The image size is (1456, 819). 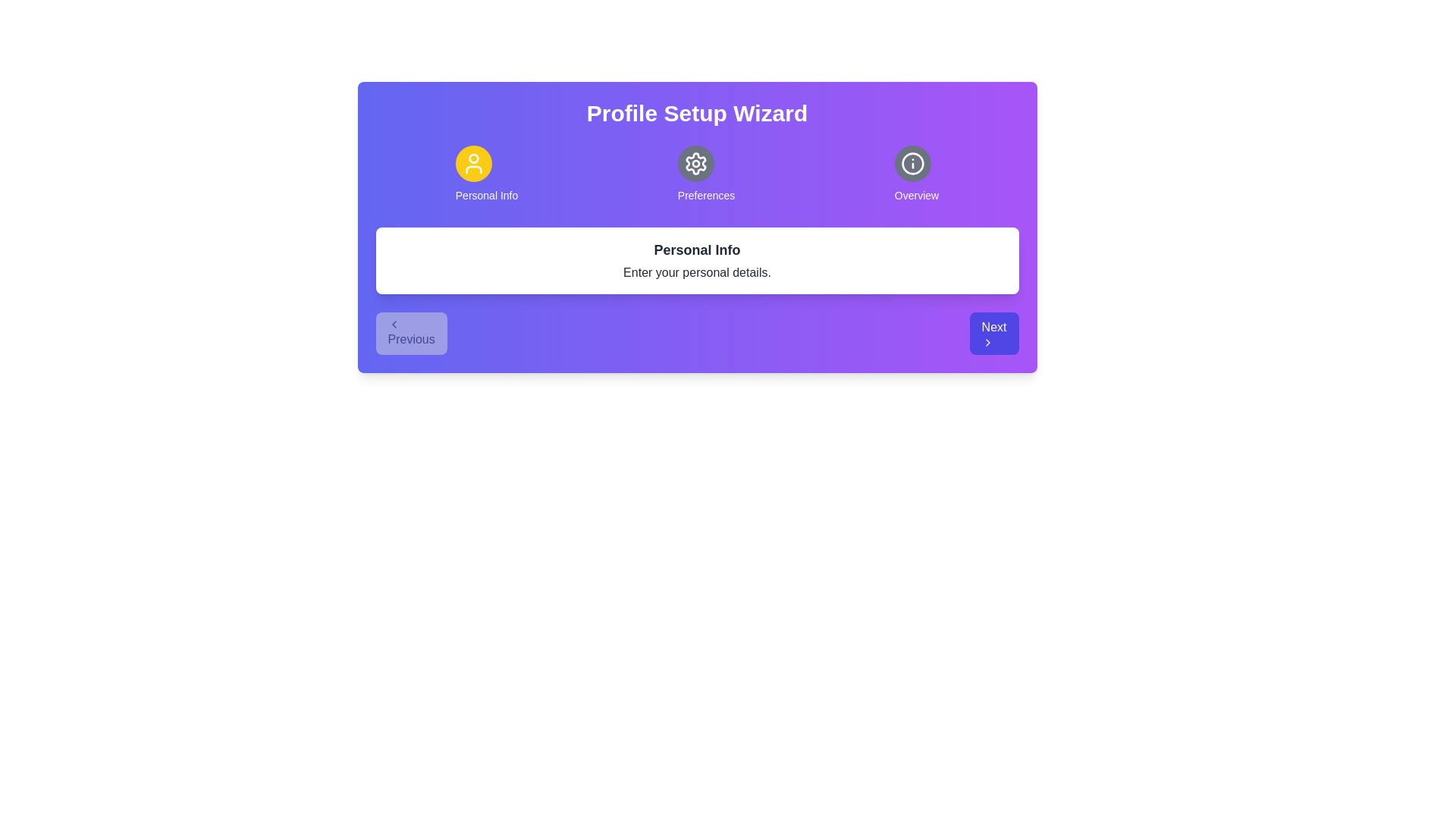 What do you see at coordinates (487, 174) in the screenshot?
I see `the step indicator for Personal Info to view its content` at bounding box center [487, 174].